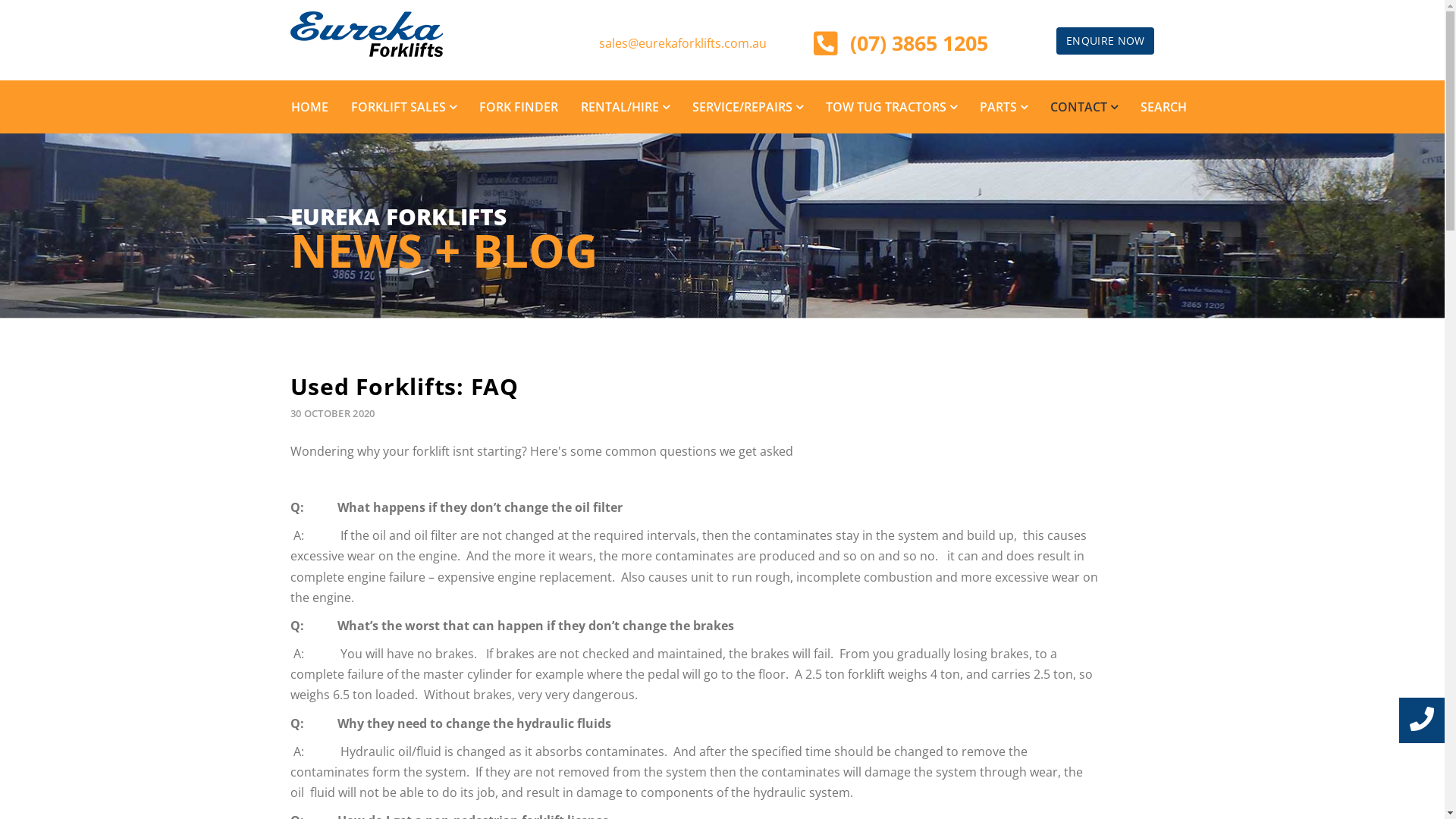  What do you see at coordinates (891, 106) in the screenshot?
I see `'TOW TUG TRACTORS'` at bounding box center [891, 106].